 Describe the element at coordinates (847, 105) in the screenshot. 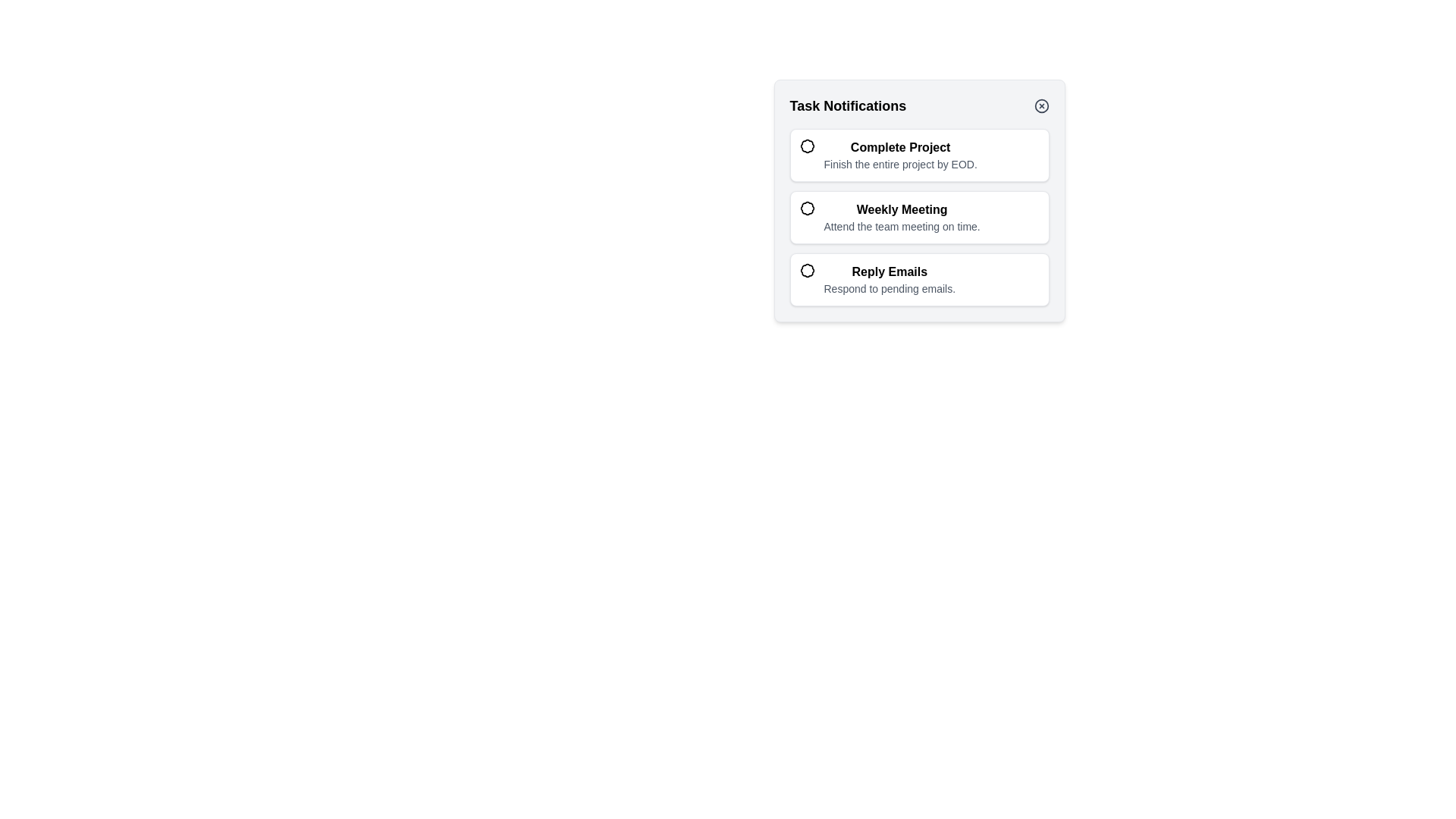

I see `the bold title text 'Task Notifications' located at the top-left inside the panel` at that location.